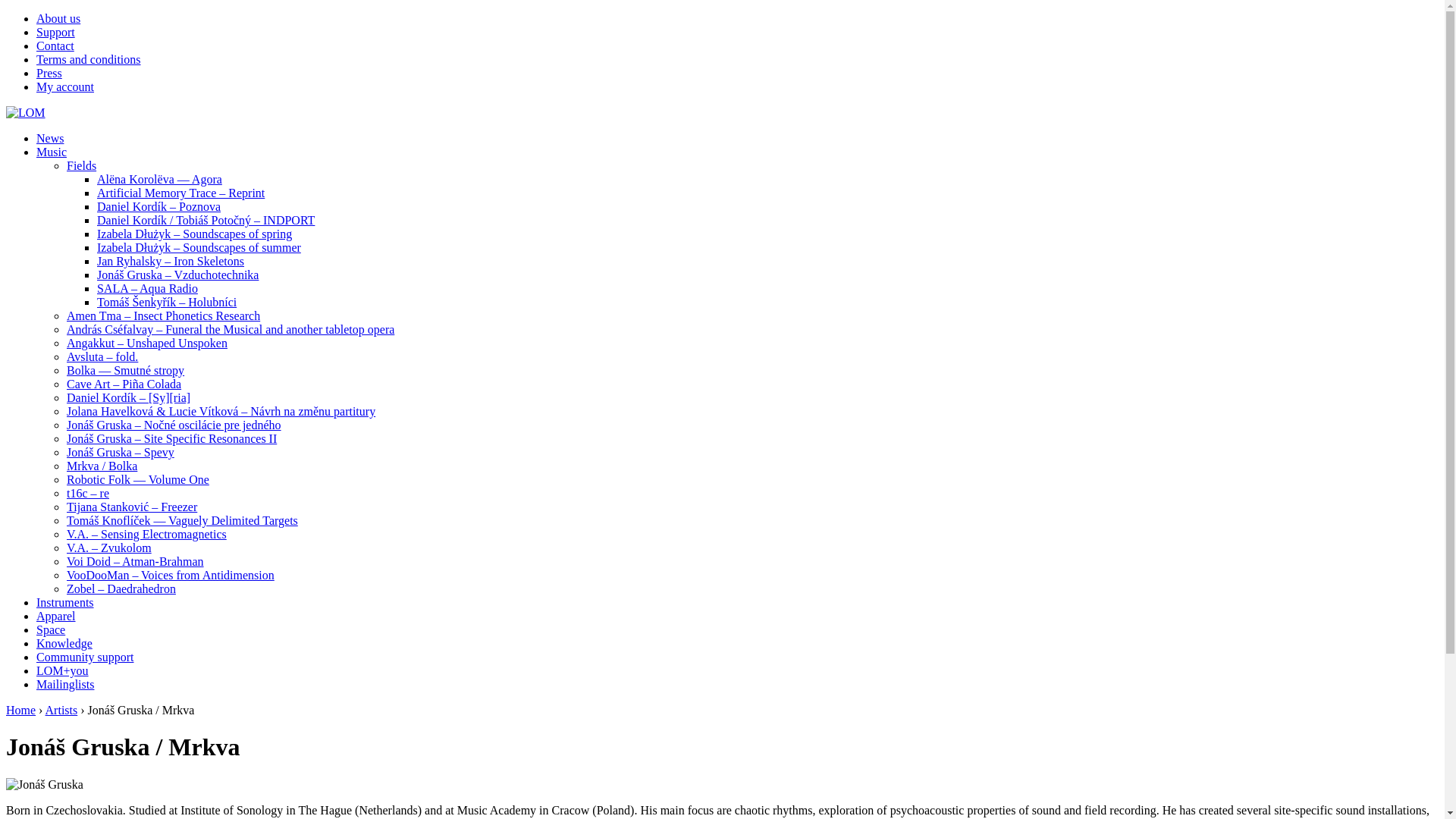 The height and width of the screenshot is (819, 1456). Describe the element at coordinates (49, 73) in the screenshot. I see `'Press'` at that location.